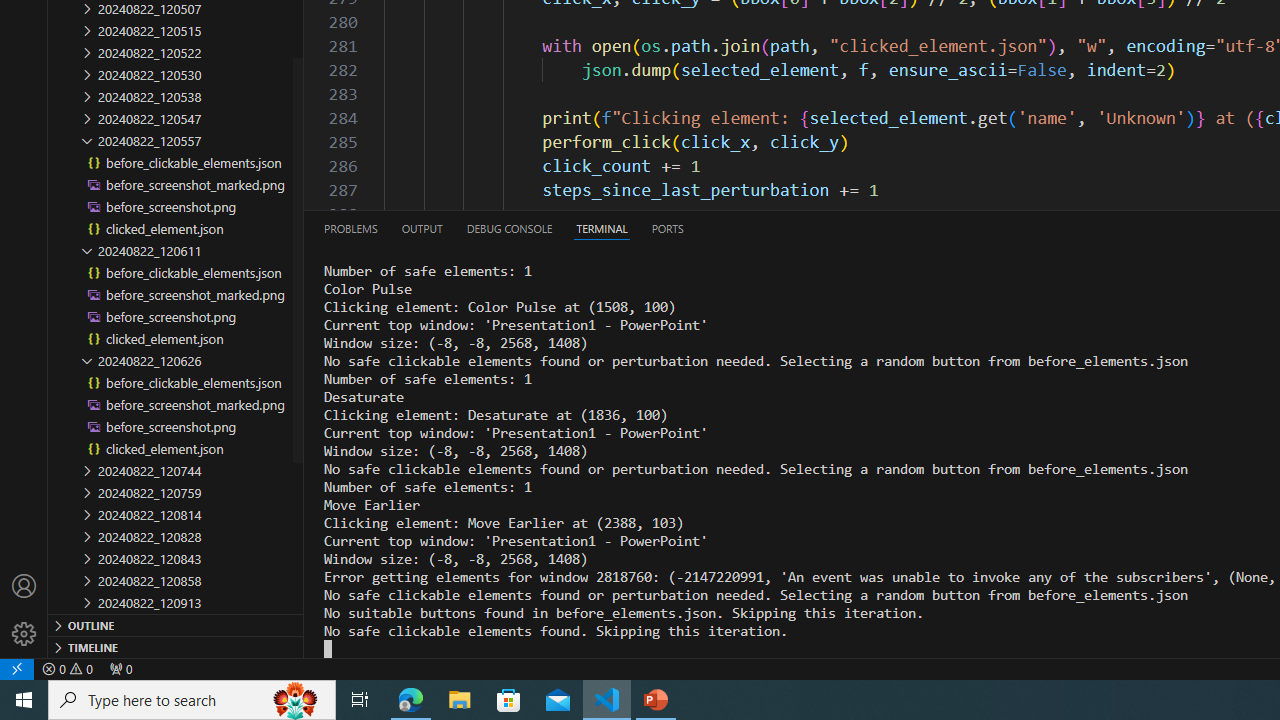 This screenshot has width=1280, height=720. What do you see at coordinates (24, 609) in the screenshot?
I see `'Manage'` at bounding box center [24, 609].